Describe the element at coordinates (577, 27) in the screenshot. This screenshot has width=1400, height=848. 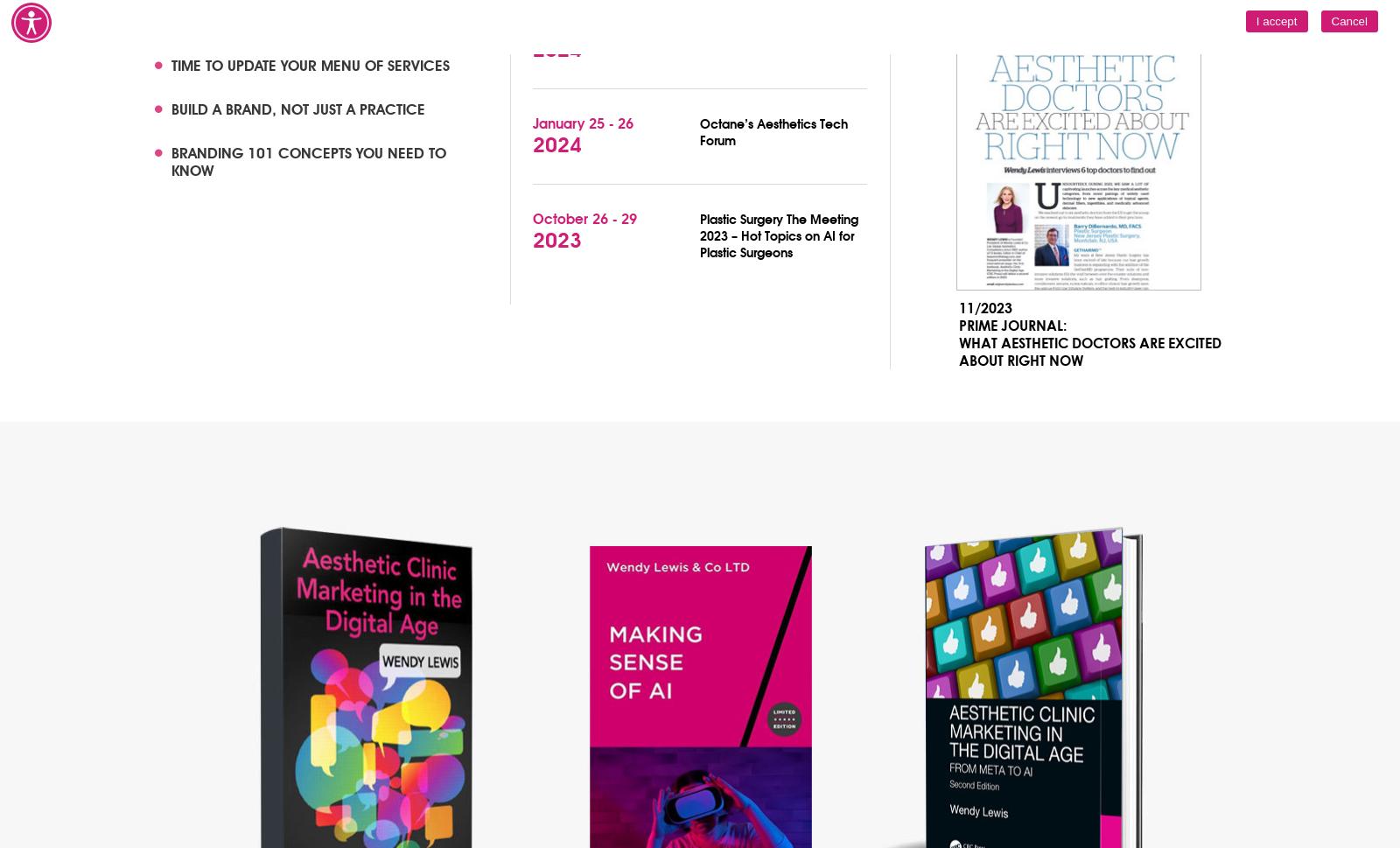
I see `'February 1 - 4'` at that location.